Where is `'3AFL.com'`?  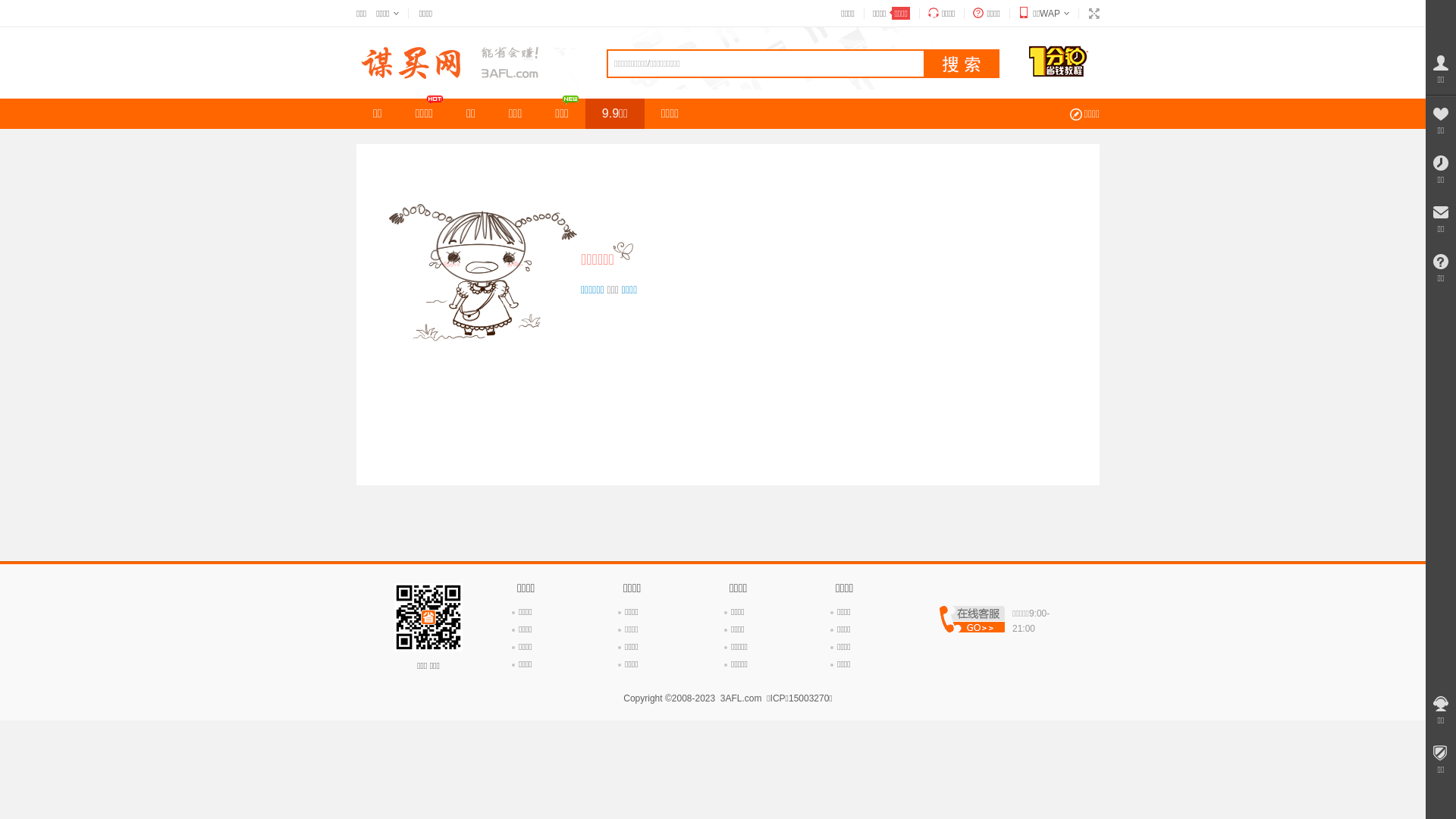 '3AFL.com' is located at coordinates (741, 698).